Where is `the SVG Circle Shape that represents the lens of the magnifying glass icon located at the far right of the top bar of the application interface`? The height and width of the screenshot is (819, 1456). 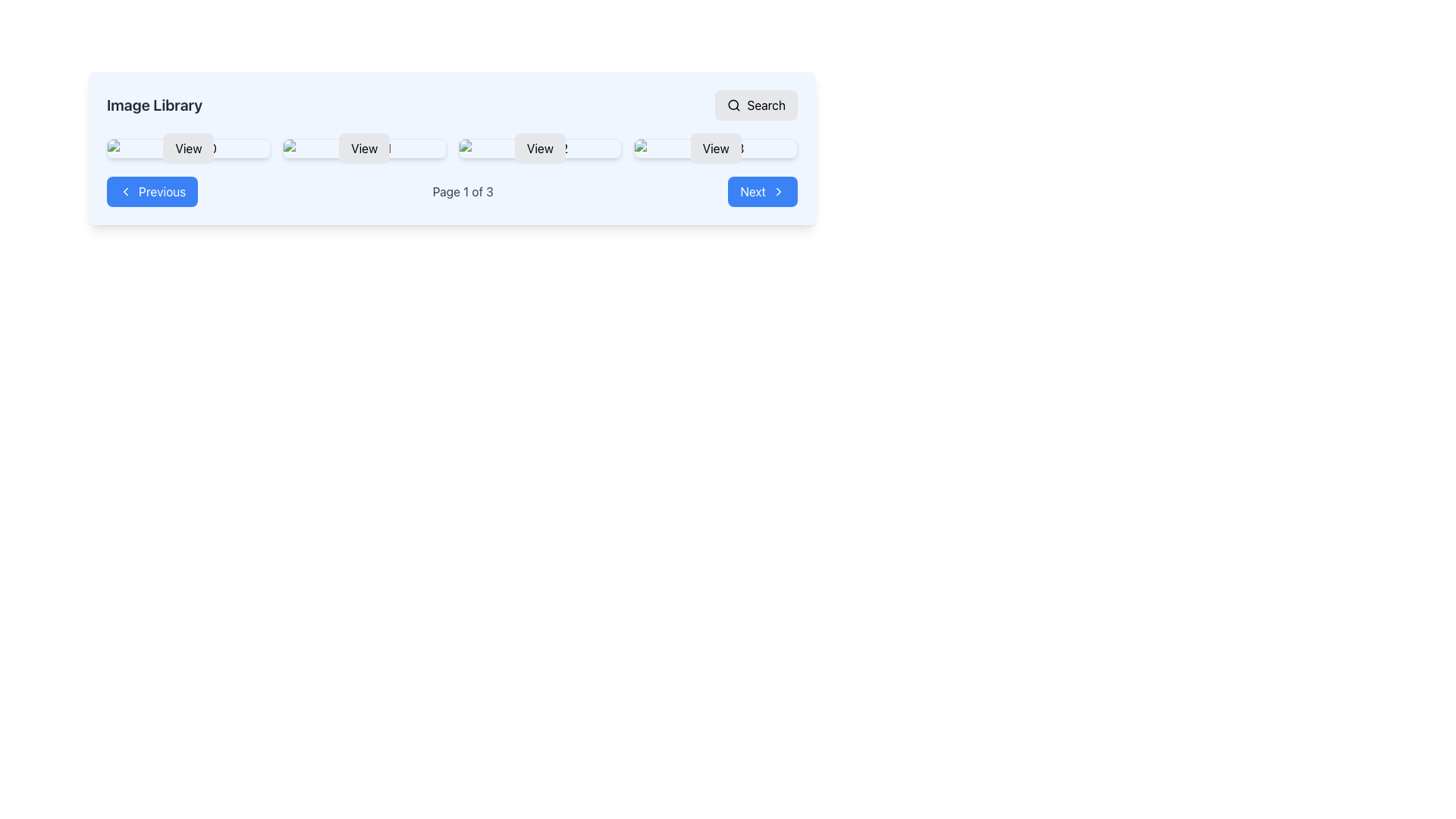 the SVG Circle Shape that represents the lens of the magnifying glass icon located at the far right of the top bar of the application interface is located at coordinates (733, 104).